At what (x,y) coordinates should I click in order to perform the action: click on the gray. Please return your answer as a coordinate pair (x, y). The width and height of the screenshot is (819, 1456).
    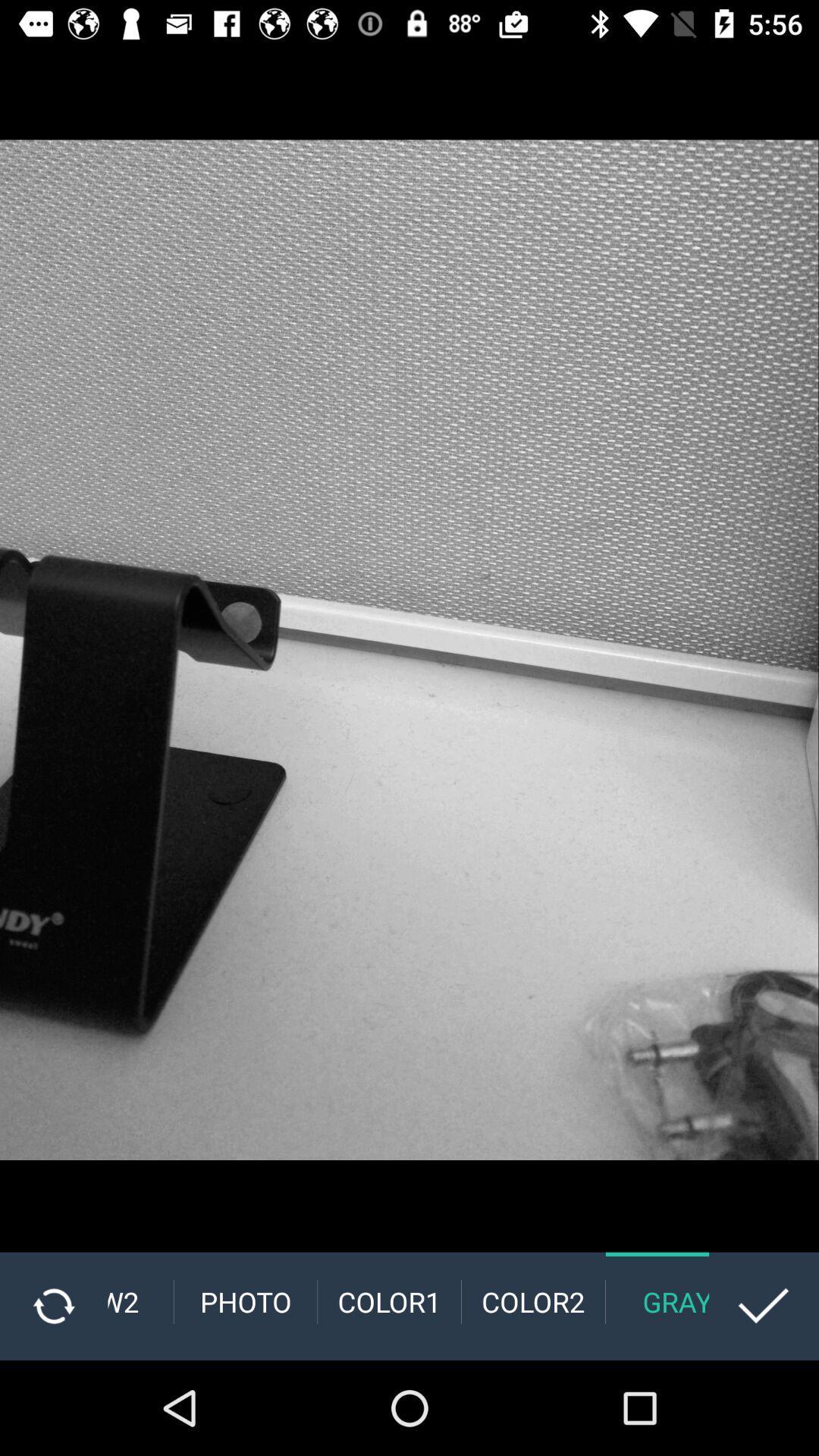
    Looking at the image, I should click on (657, 1301).